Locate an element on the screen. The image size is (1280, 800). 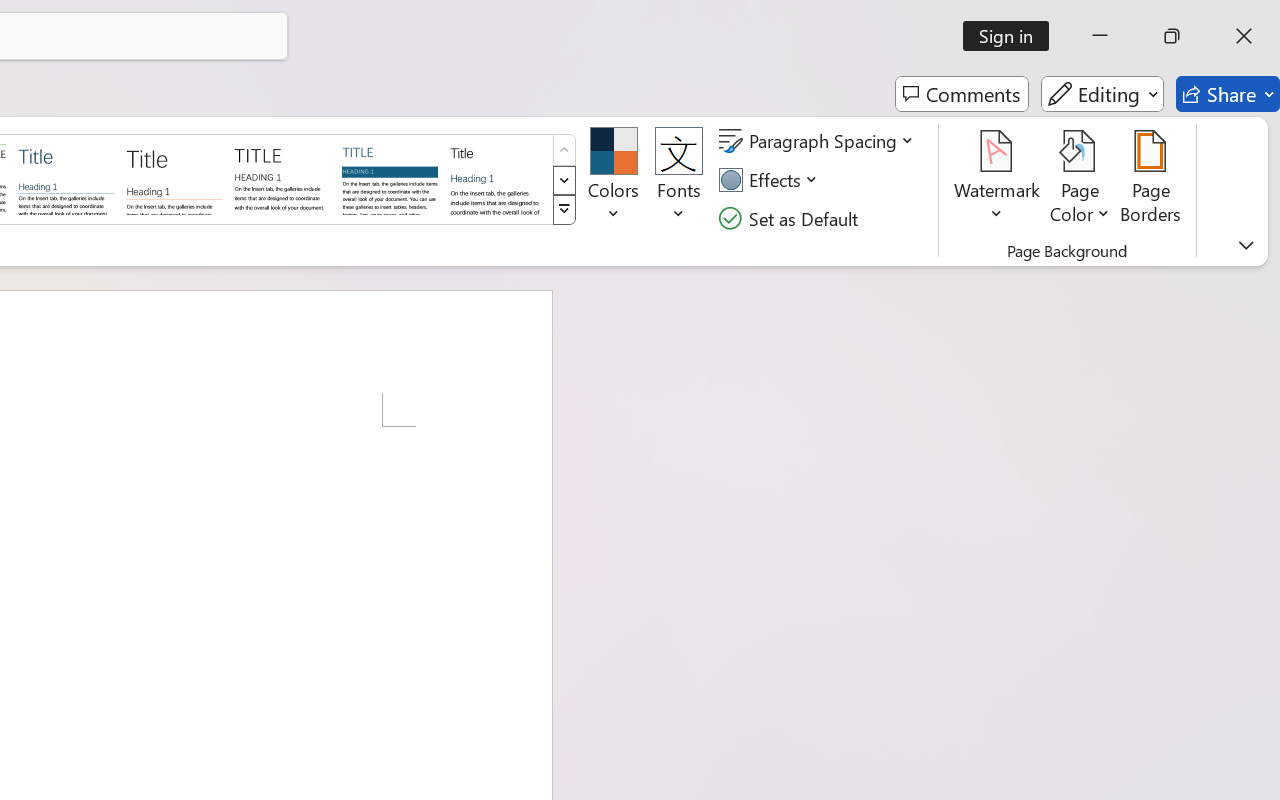
'Page Color' is located at coordinates (1079, 179).